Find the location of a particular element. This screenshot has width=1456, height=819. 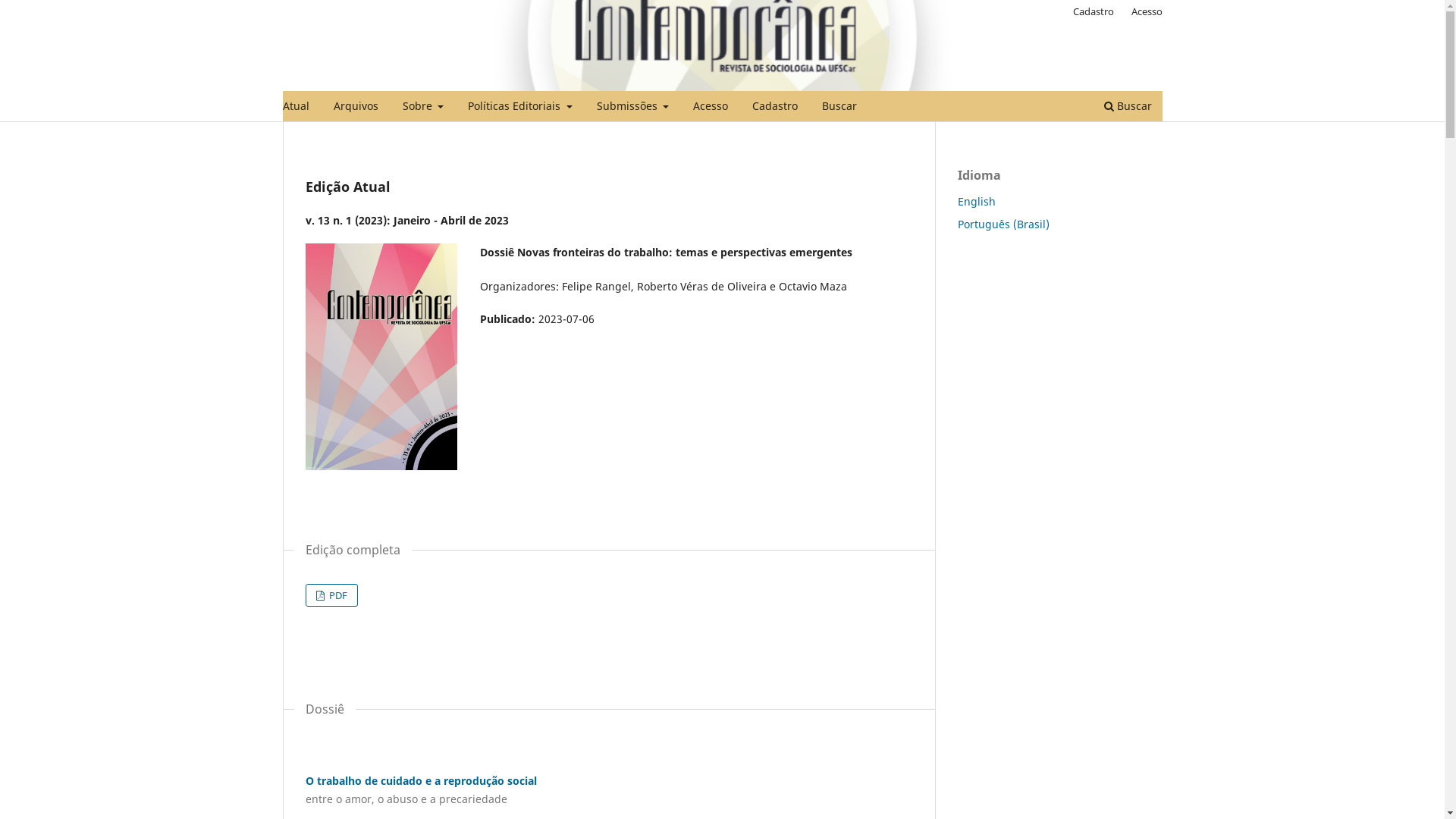

'English' is located at coordinates (975, 200).